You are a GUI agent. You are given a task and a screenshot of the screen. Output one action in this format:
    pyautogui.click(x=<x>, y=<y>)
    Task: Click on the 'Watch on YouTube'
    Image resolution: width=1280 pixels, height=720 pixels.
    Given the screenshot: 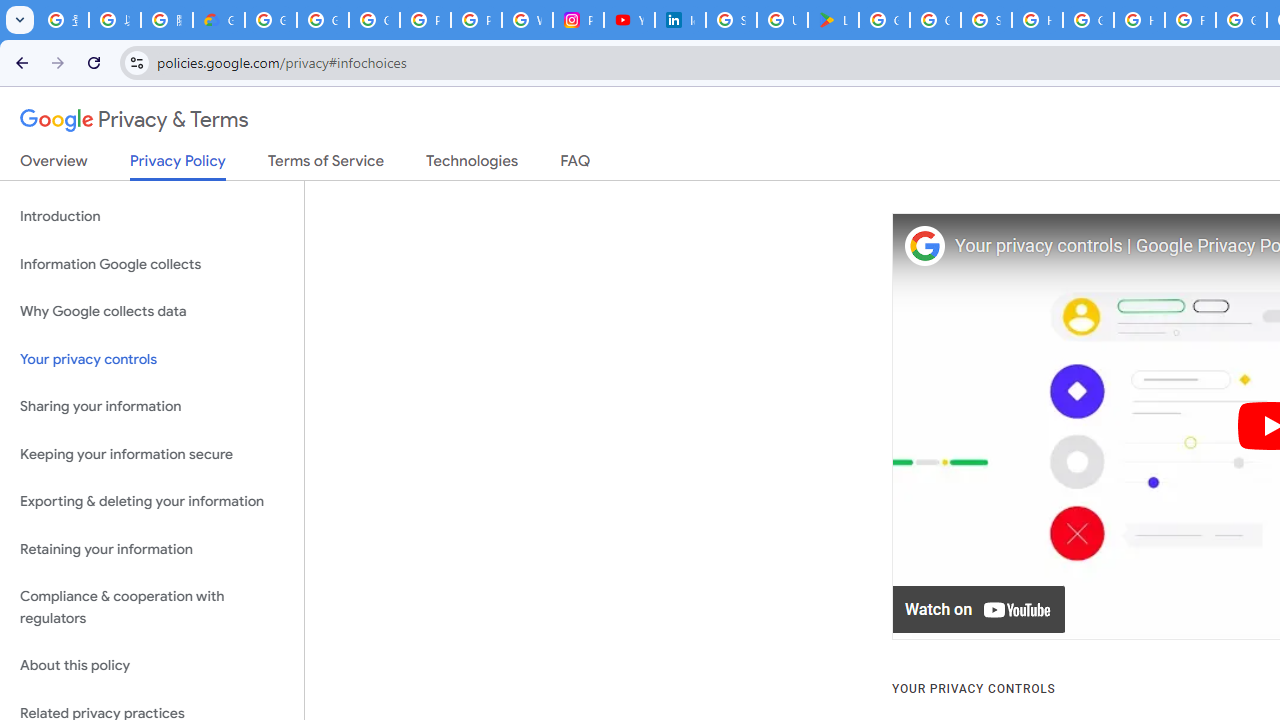 What is the action you would take?
    pyautogui.click(x=979, y=609)
    